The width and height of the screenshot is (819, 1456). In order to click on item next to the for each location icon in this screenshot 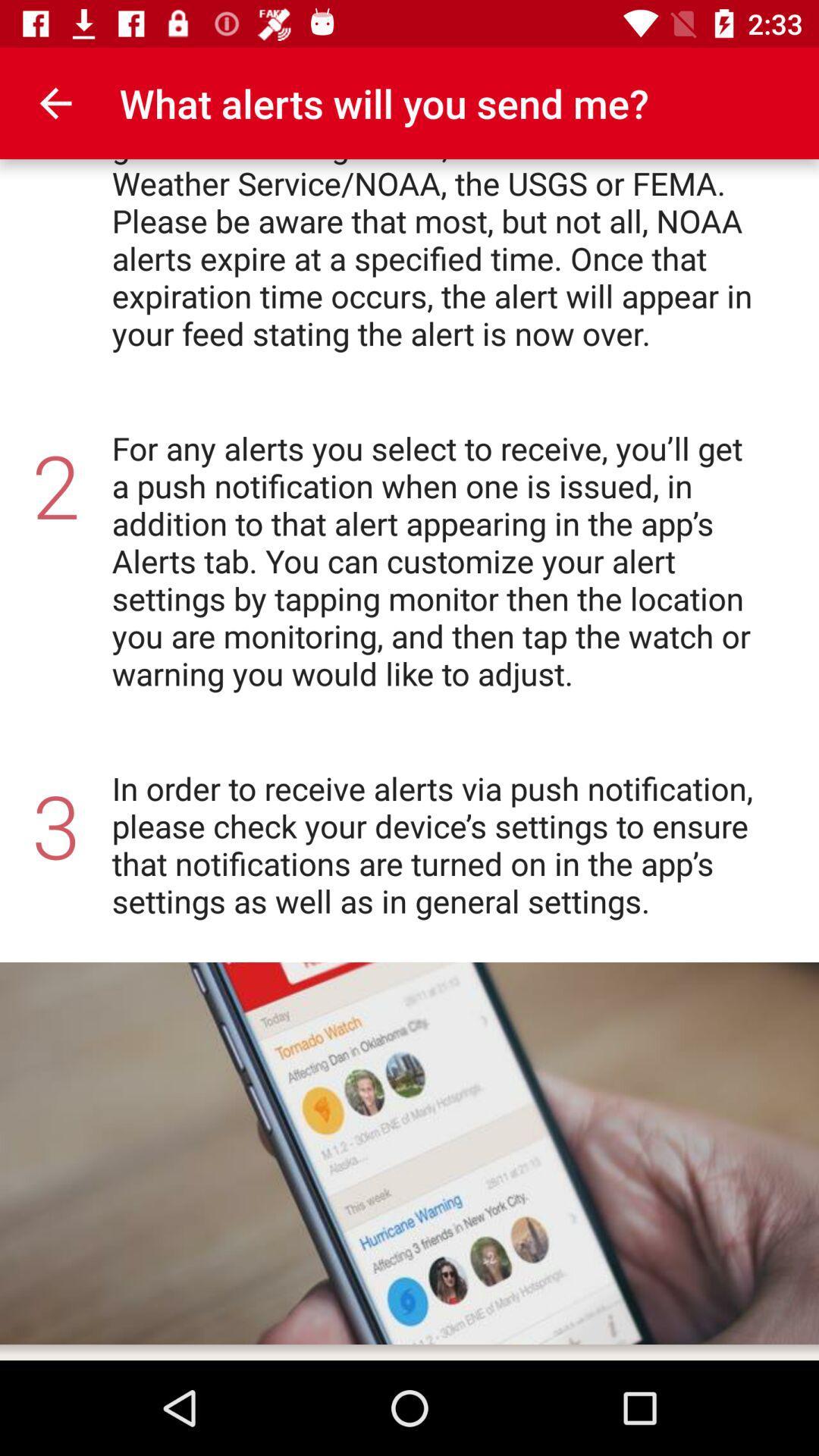, I will do `click(55, 102)`.